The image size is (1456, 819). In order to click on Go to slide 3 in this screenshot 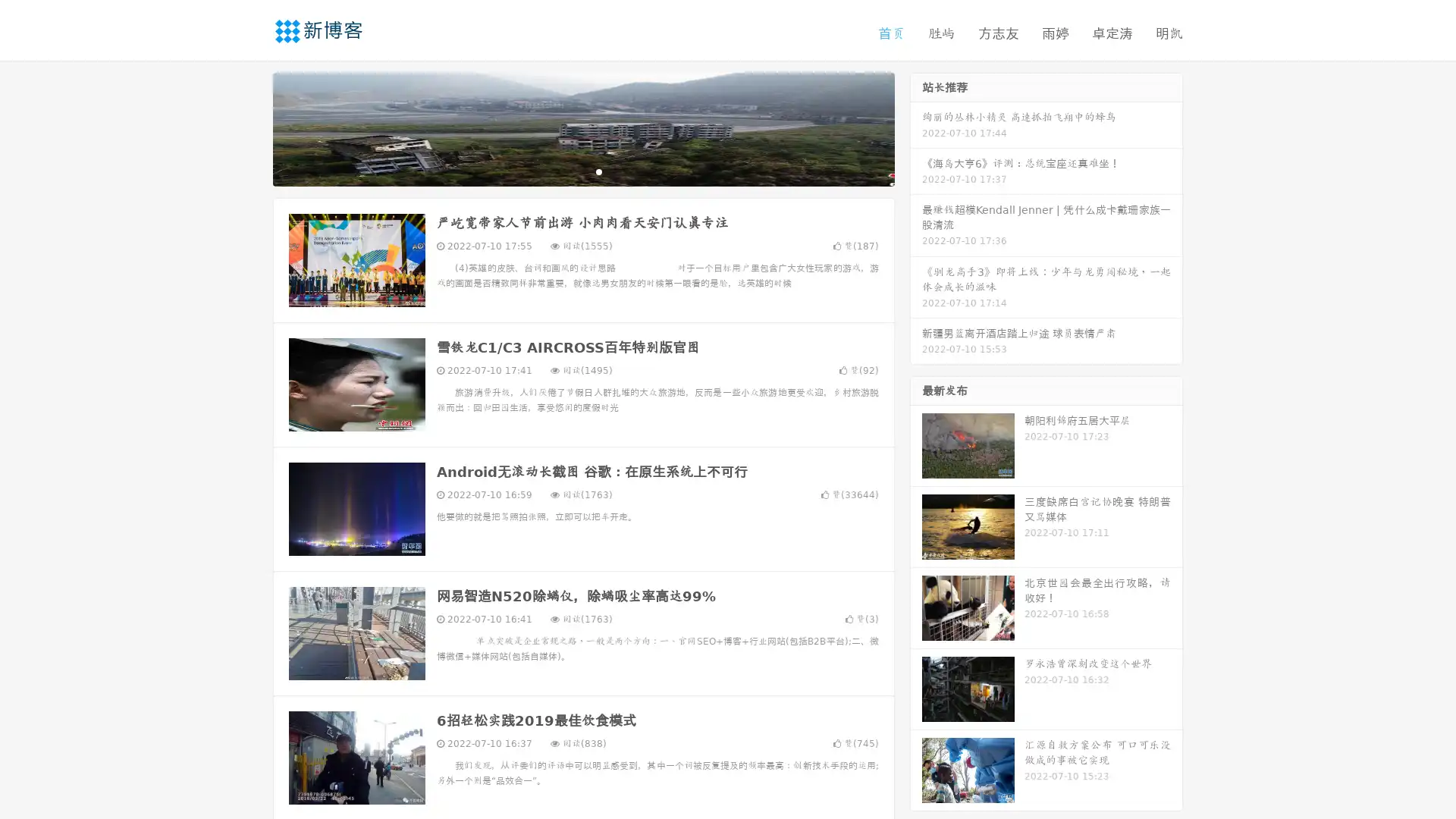, I will do `click(598, 171)`.